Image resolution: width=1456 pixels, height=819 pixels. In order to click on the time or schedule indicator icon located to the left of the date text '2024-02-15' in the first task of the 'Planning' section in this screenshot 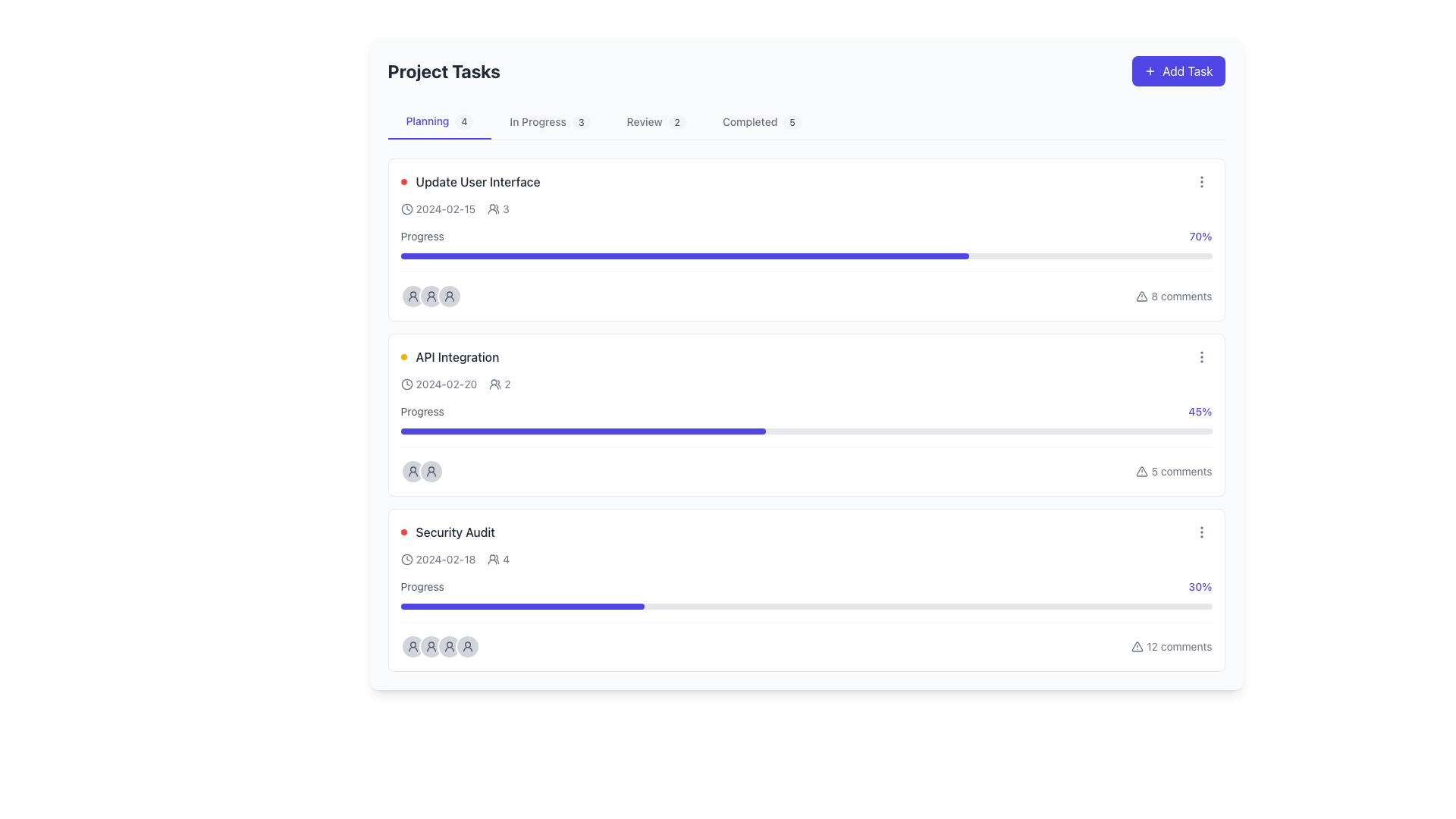, I will do `click(406, 209)`.